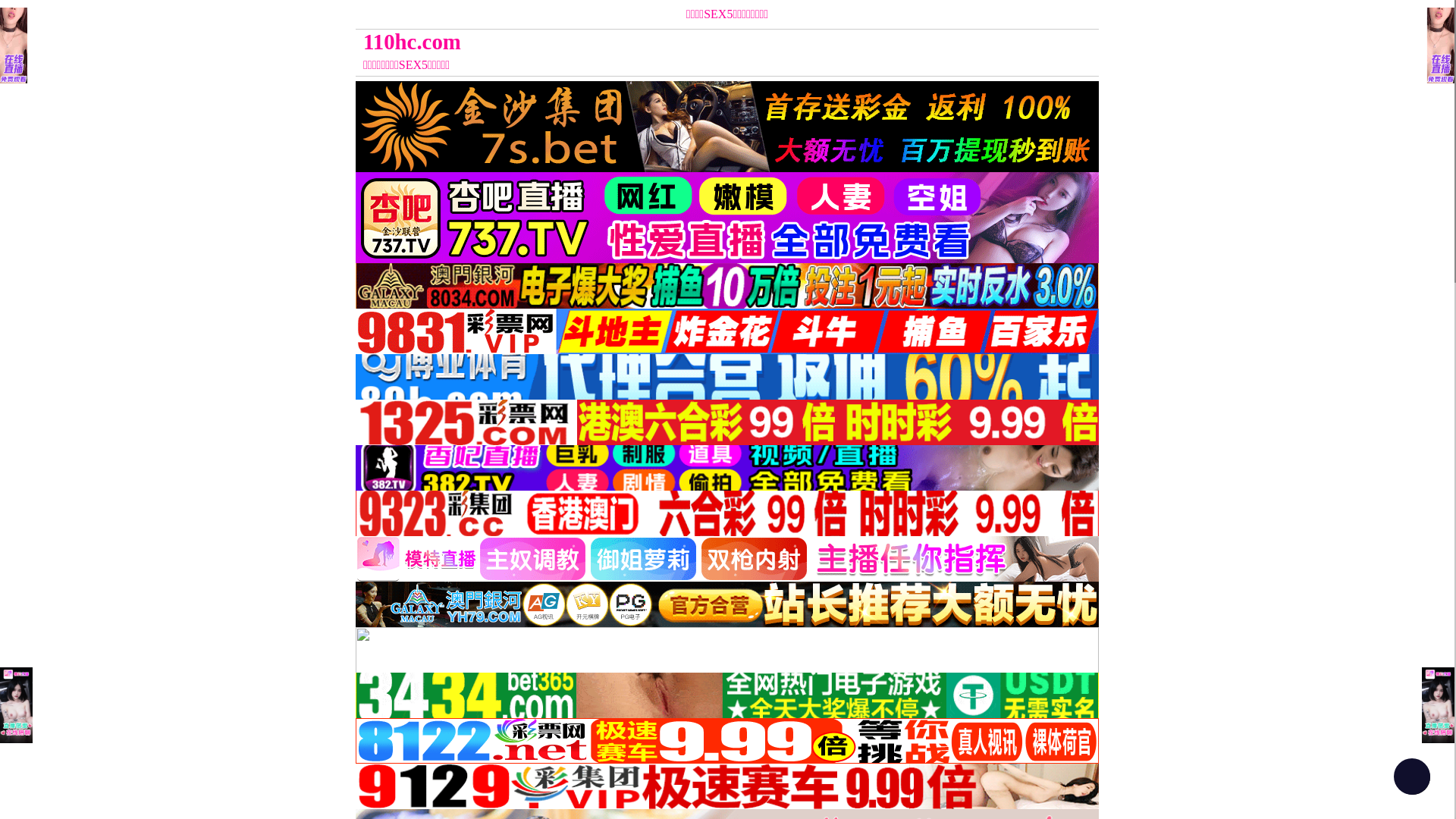 The width and height of the screenshot is (1456, 819). Describe the element at coordinates (634, 41) in the screenshot. I see `'110hc.com'` at that location.